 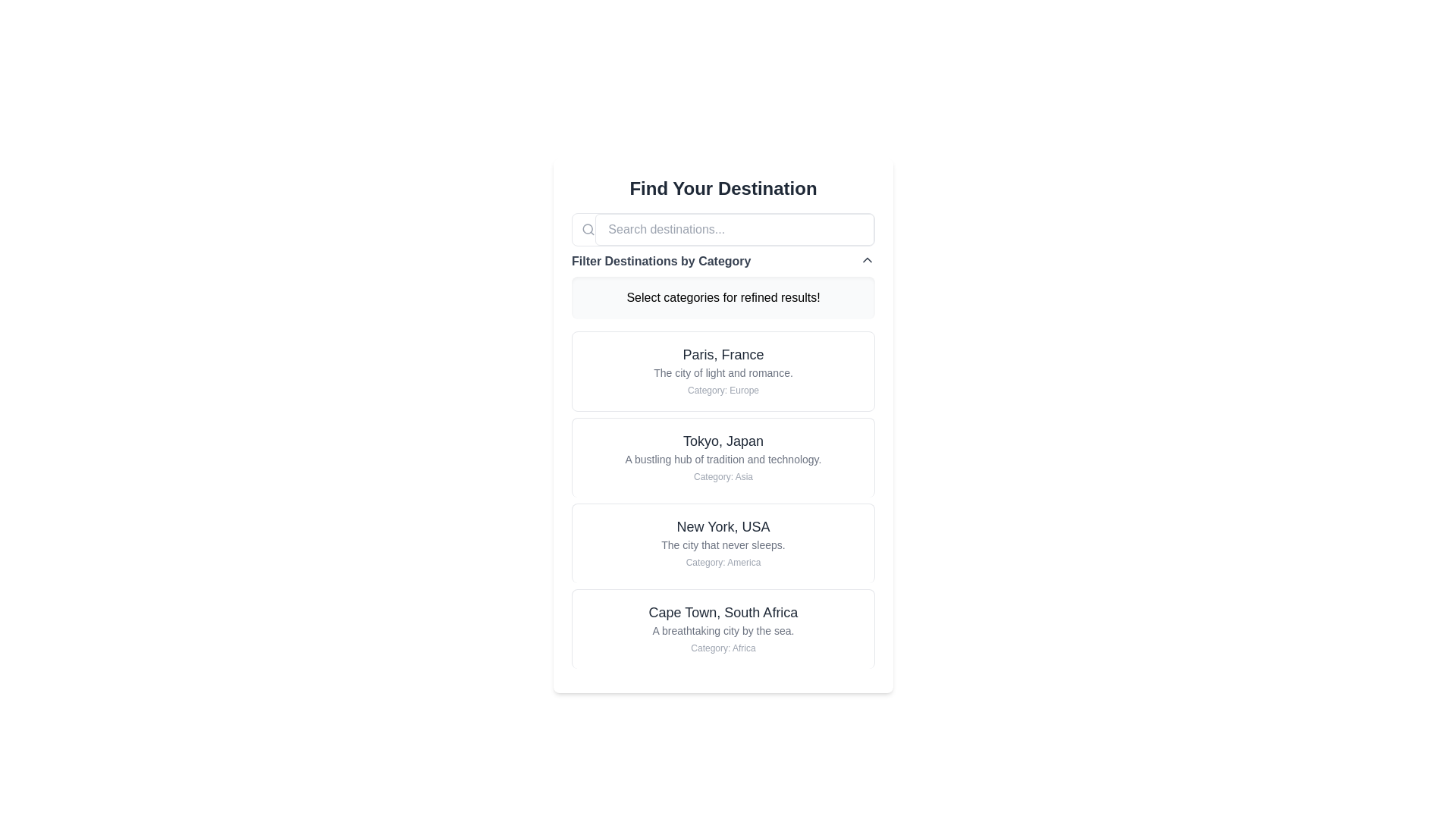 I want to click on the text label displaying 'A bustling hub of tradition and technology.' which is located below the title 'Tokyo, Japan' in the third destination card, so click(x=723, y=458).